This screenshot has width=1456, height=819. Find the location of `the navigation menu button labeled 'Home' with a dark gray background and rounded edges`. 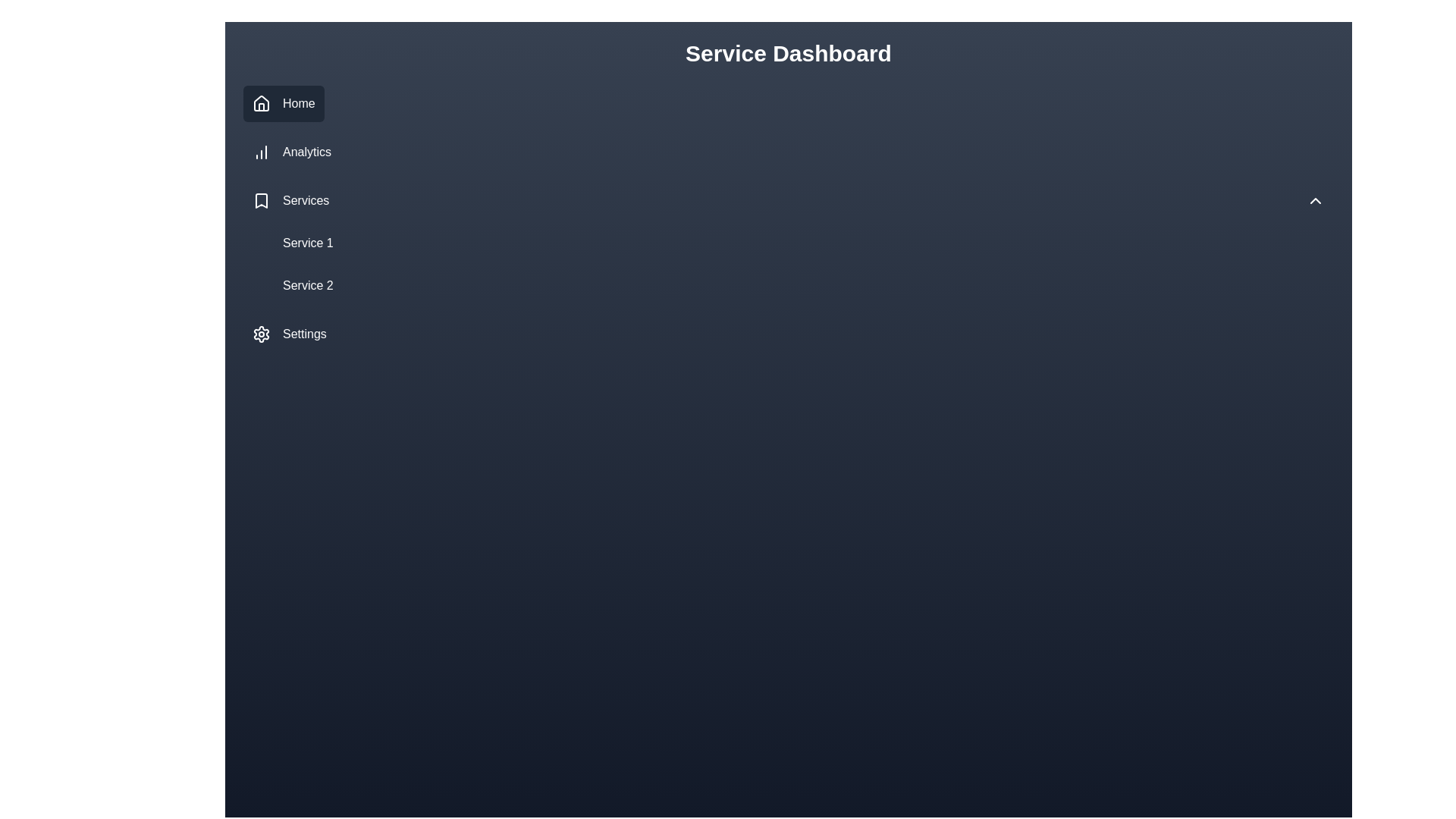

the navigation menu button labeled 'Home' with a dark gray background and rounded edges is located at coordinates (284, 103).